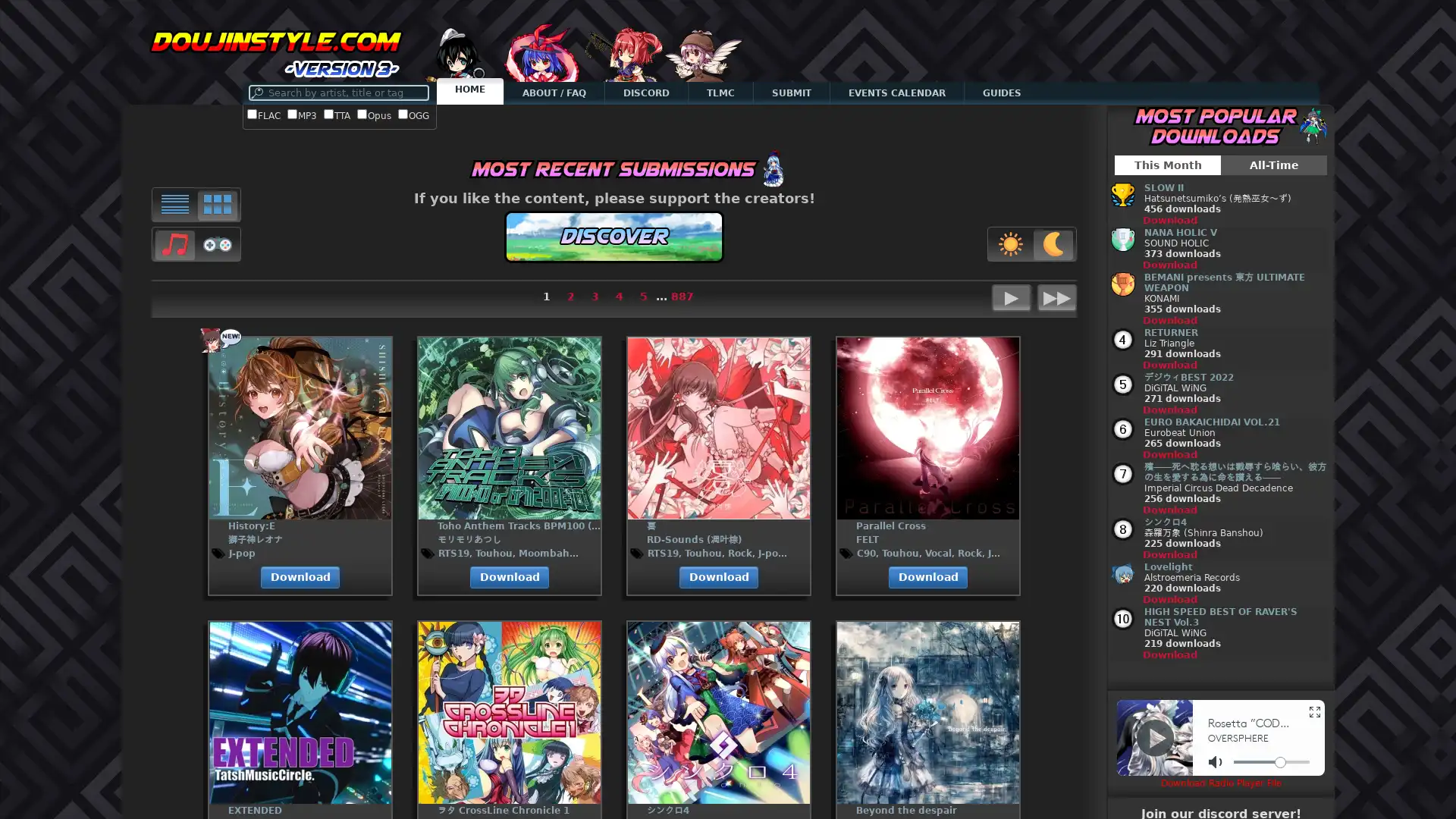  What do you see at coordinates (718, 576) in the screenshot?
I see `Download` at bounding box center [718, 576].